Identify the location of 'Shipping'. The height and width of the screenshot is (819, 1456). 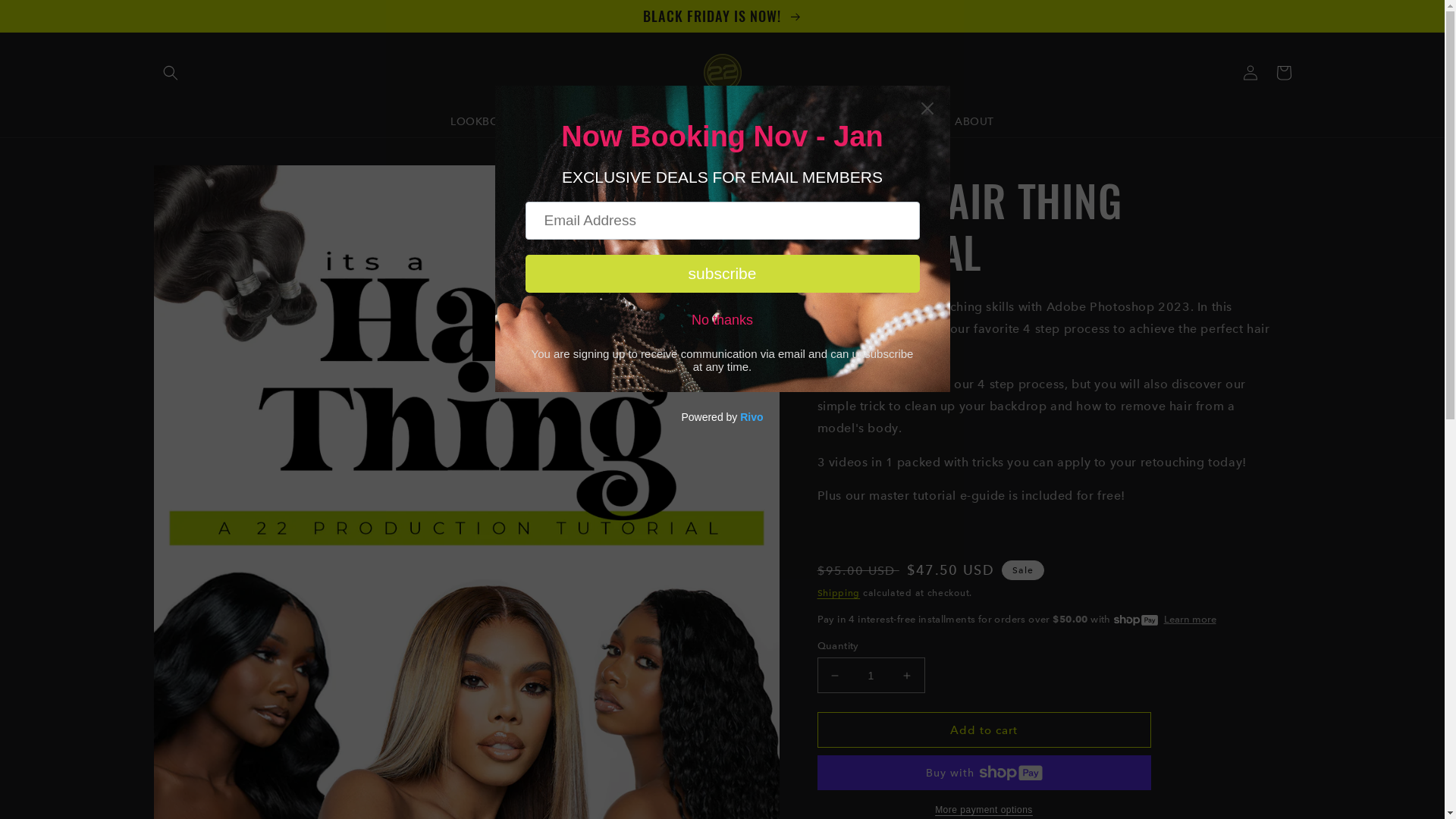
(838, 592).